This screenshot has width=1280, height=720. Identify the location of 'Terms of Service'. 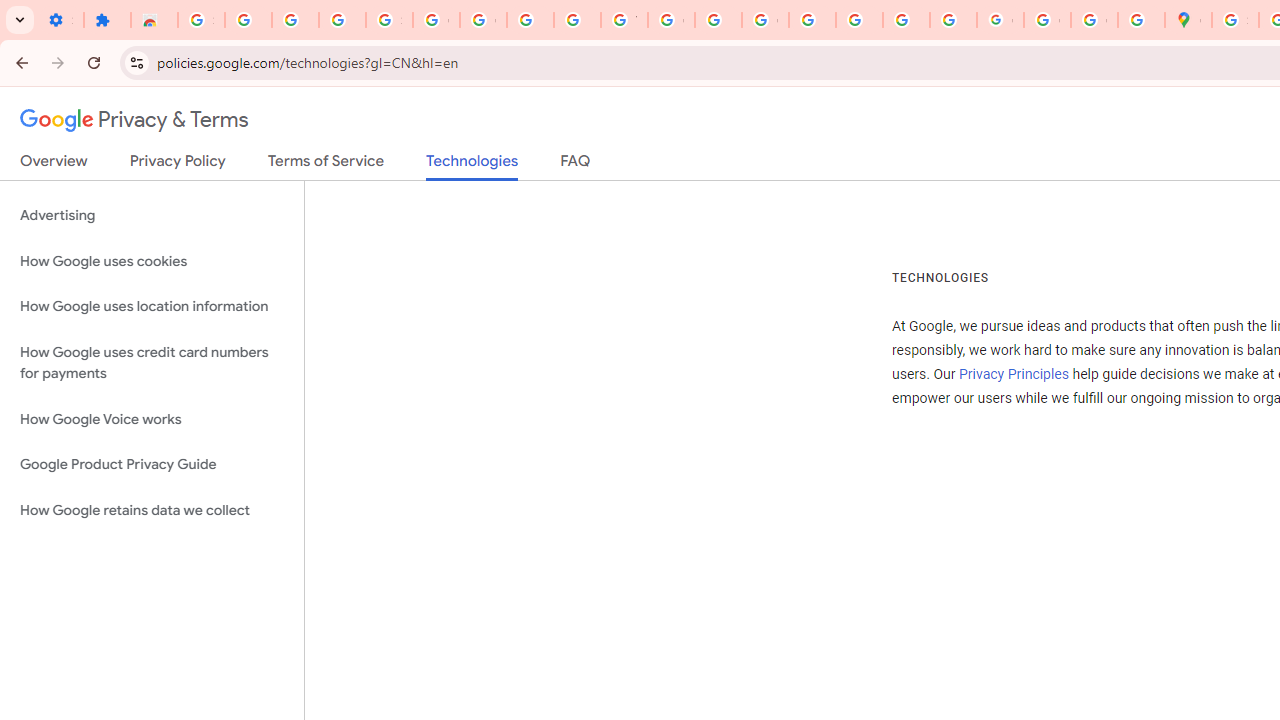
(326, 164).